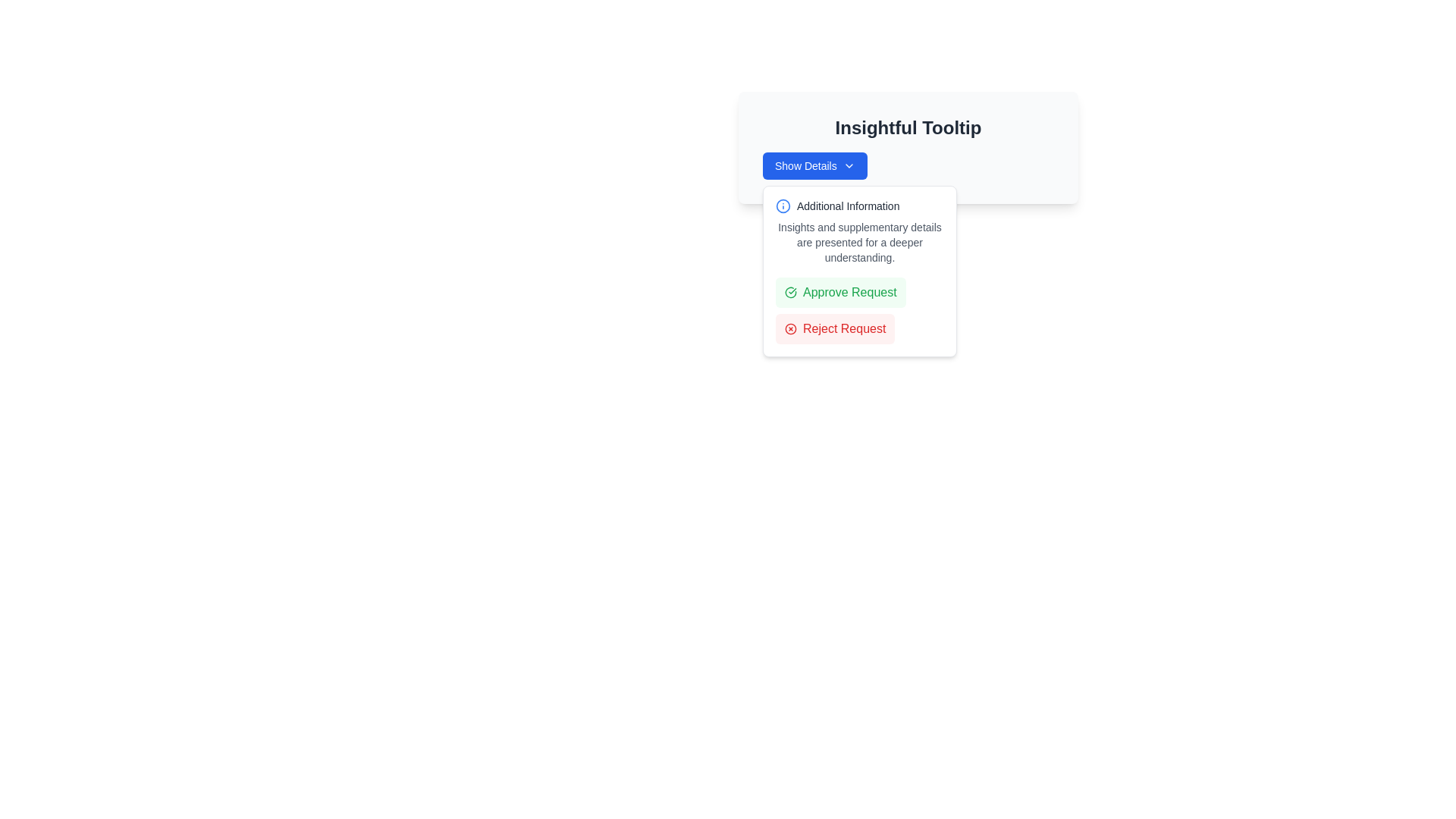 The width and height of the screenshot is (1456, 819). I want to click on gray text element that is positioned below the 'Additional Information' heading and above the 'Approve Request' and 'Reject Request' buttons, so click(859, 242).